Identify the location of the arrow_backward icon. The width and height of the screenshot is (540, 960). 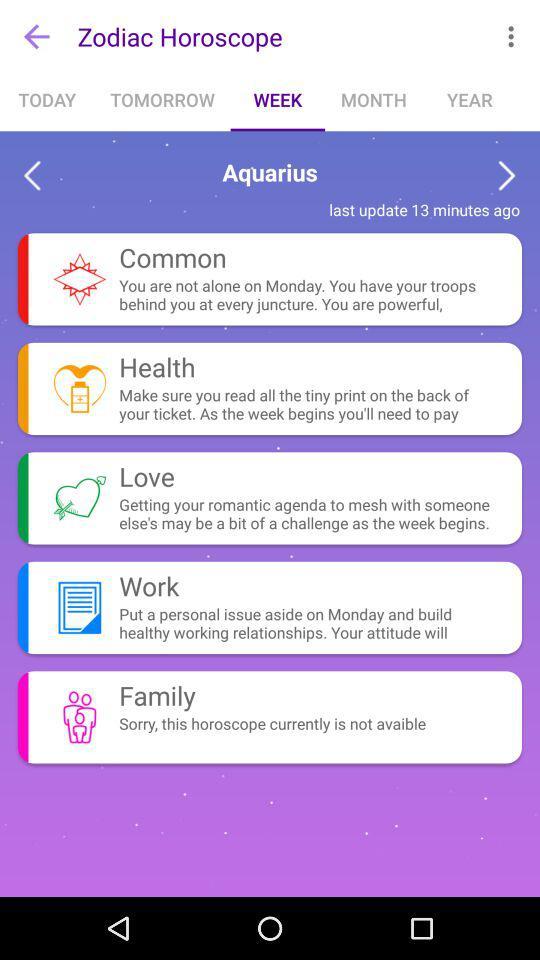
(31, 175).